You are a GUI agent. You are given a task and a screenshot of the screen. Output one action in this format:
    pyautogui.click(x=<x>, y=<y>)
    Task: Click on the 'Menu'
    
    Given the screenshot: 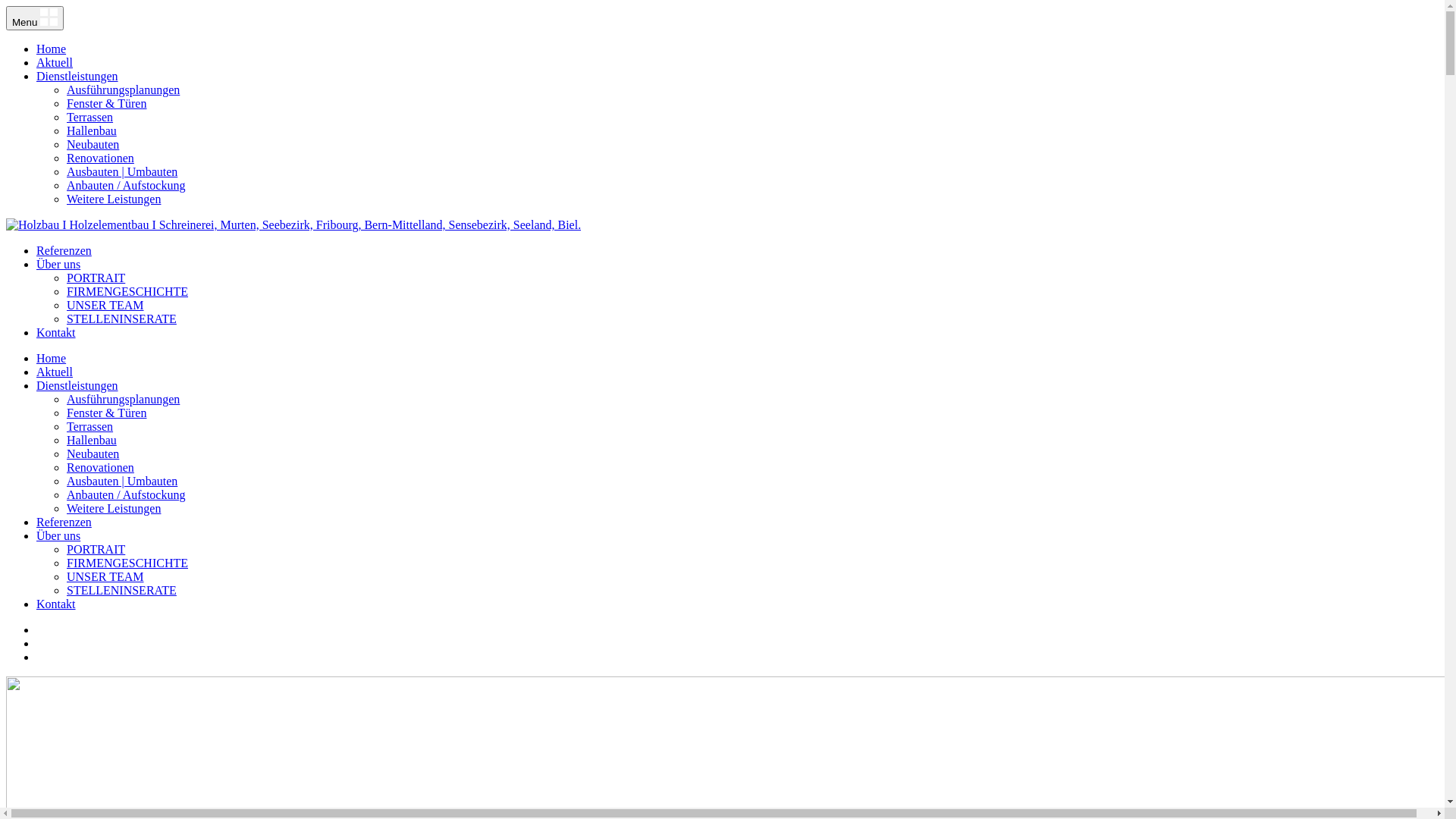 What is the action you would take?
    pyautogui.click(x=35, y=17)
    